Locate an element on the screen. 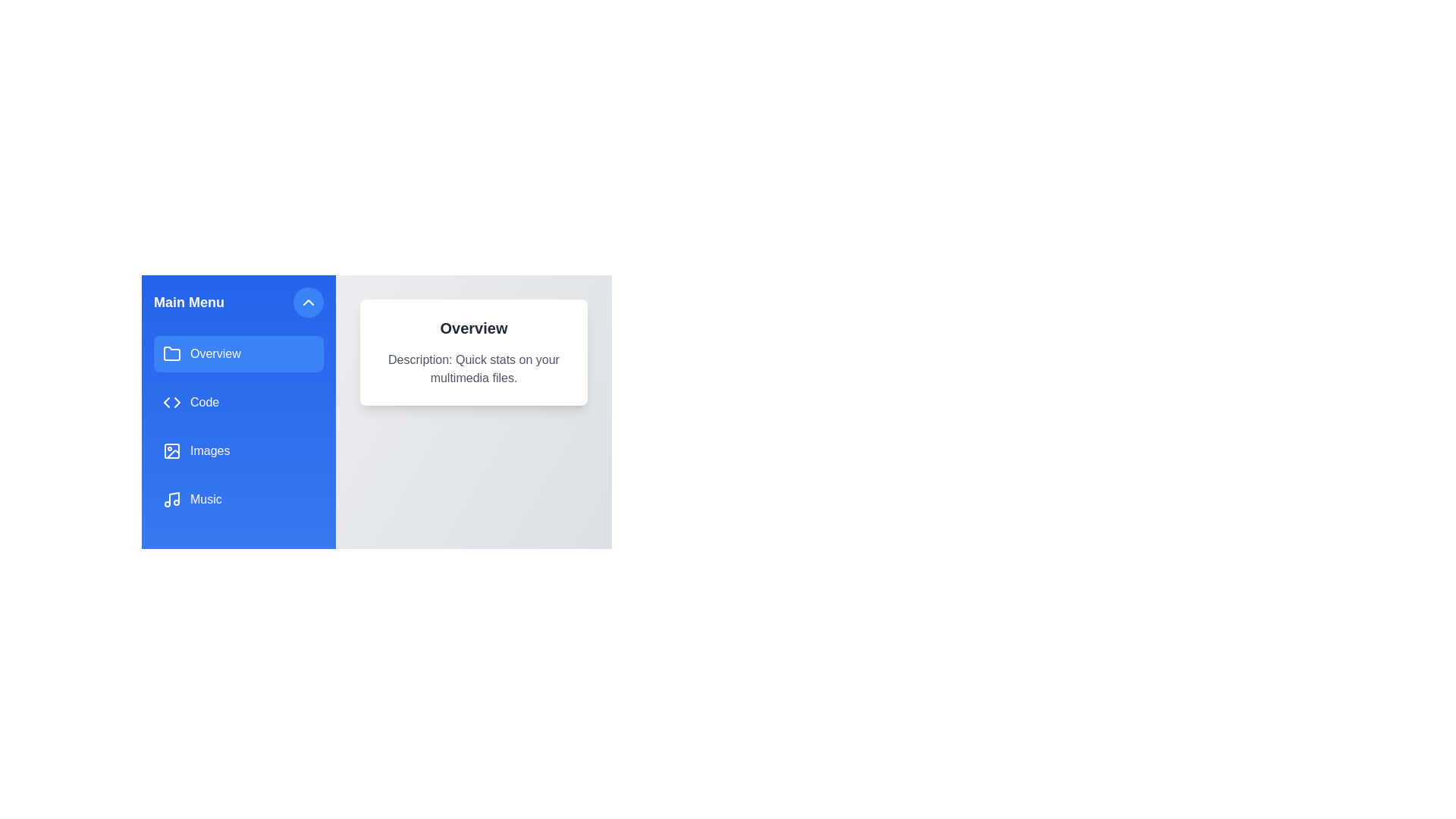  the 'Code' button, which is the second item in the vertical list of menu options in the sidebar is located at coordinates (238, 402).